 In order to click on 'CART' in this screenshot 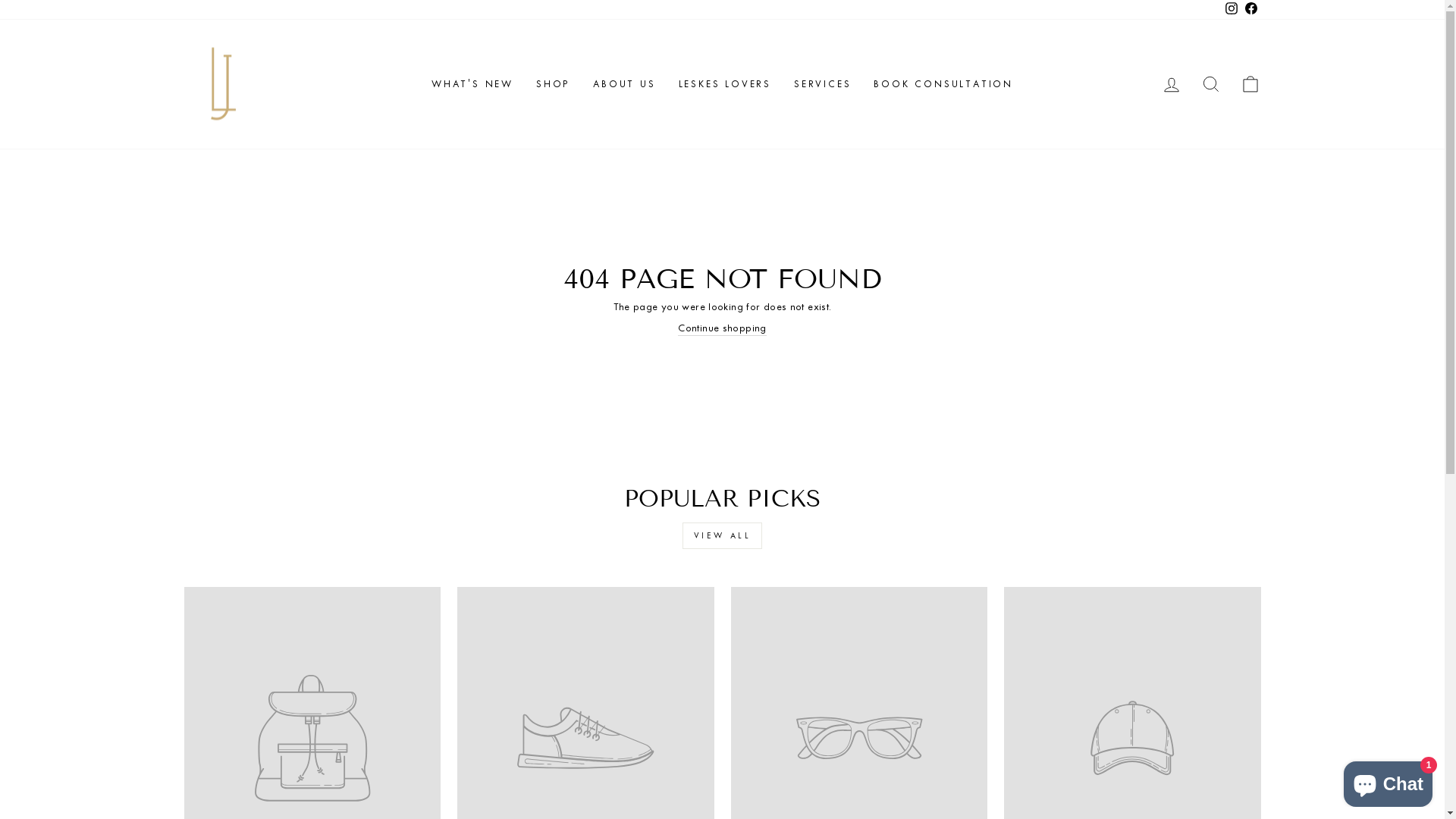, I will do `click(1230, 84)`.